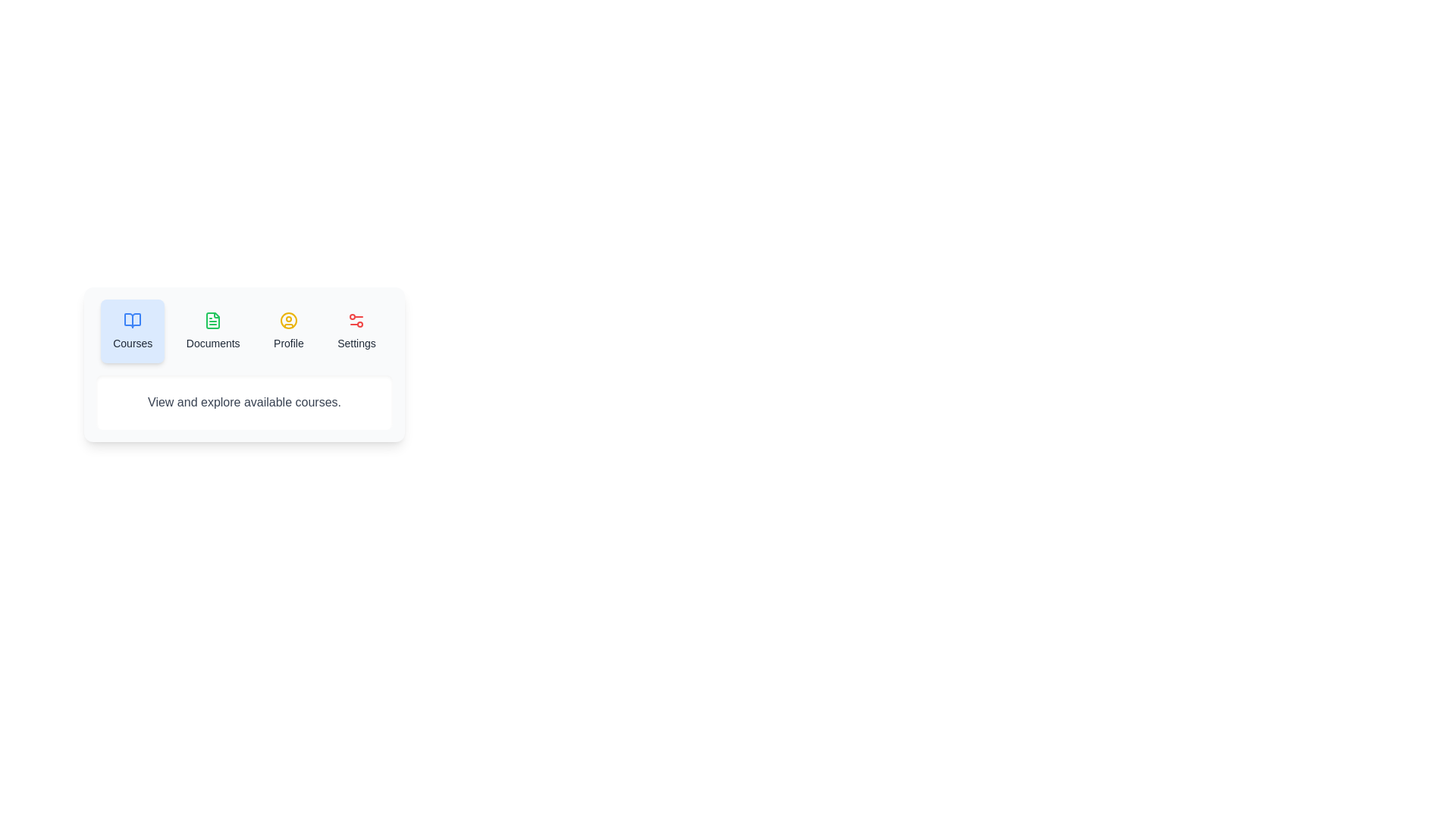  Describe the element at coordinates (212, 330) in the screenshot. I see `the tab labeled Documents to display its content` at that location.